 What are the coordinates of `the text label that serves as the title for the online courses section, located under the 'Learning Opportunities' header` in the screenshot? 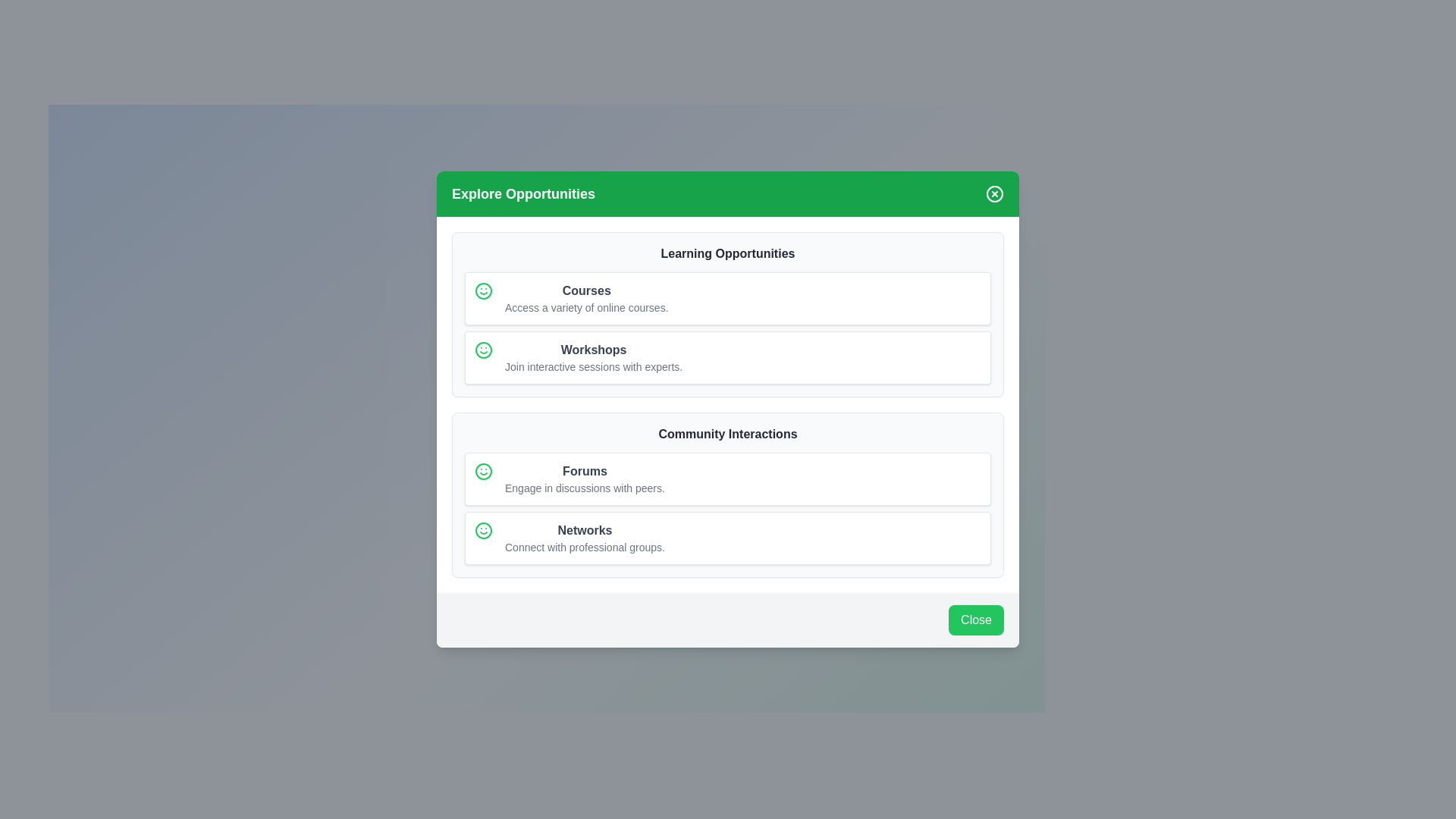 It's located at (585, 291).